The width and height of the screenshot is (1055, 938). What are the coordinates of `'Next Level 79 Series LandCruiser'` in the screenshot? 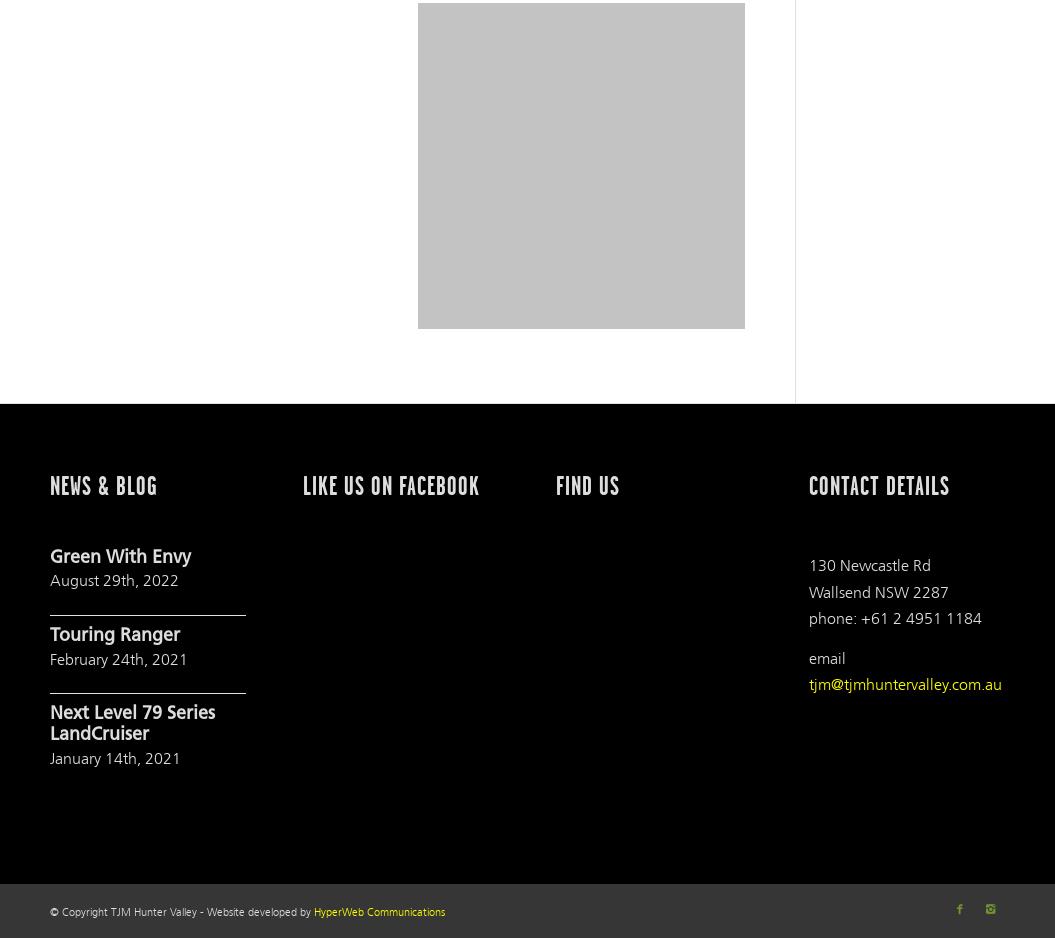 It's located at (132, 723).